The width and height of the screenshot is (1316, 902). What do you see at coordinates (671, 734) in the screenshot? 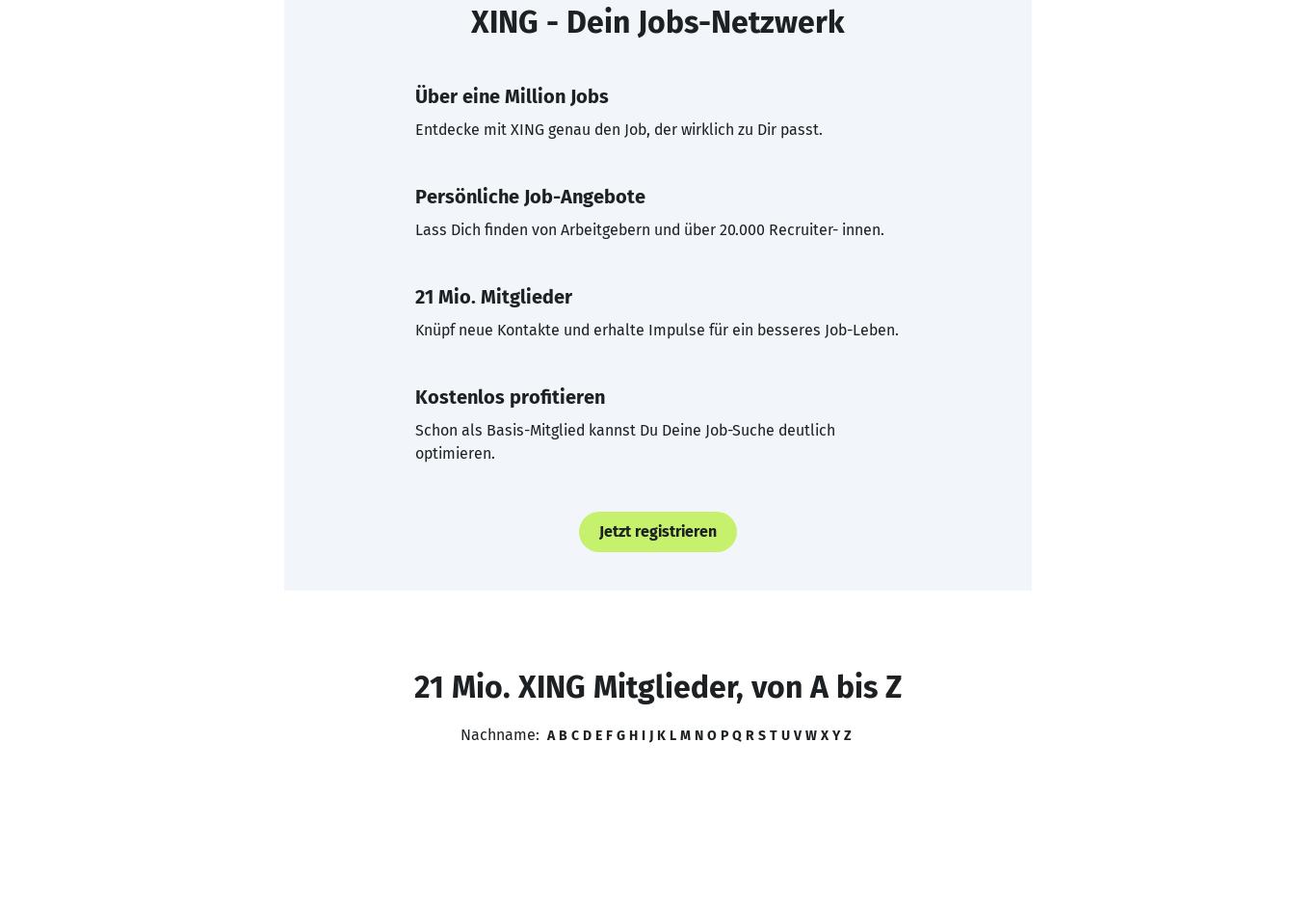
I see `'L'` at bounding box center [671, 734].